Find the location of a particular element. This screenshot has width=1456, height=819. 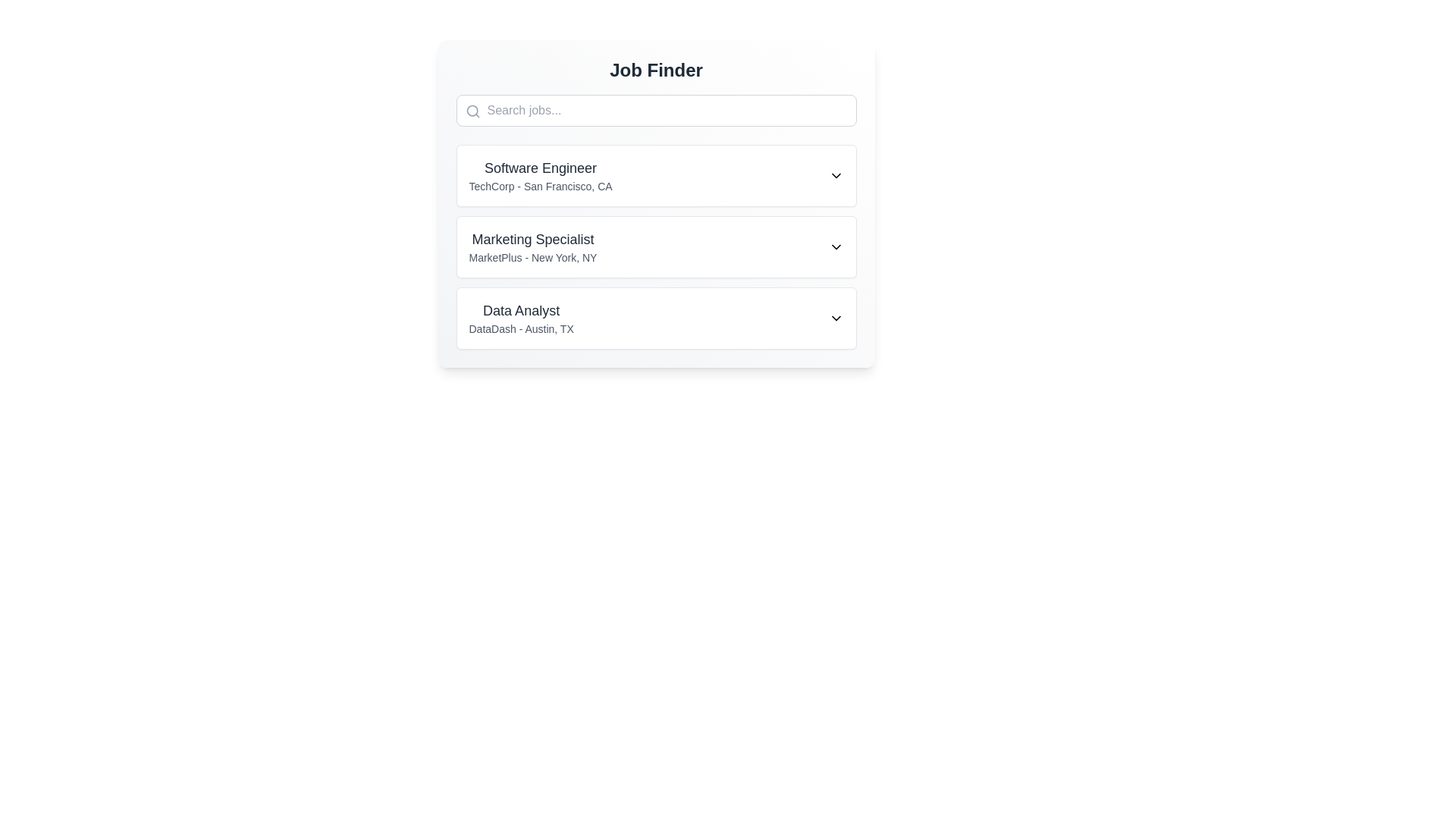

the second job listing in the Job Finder panel is located at coordinates (656, 246).